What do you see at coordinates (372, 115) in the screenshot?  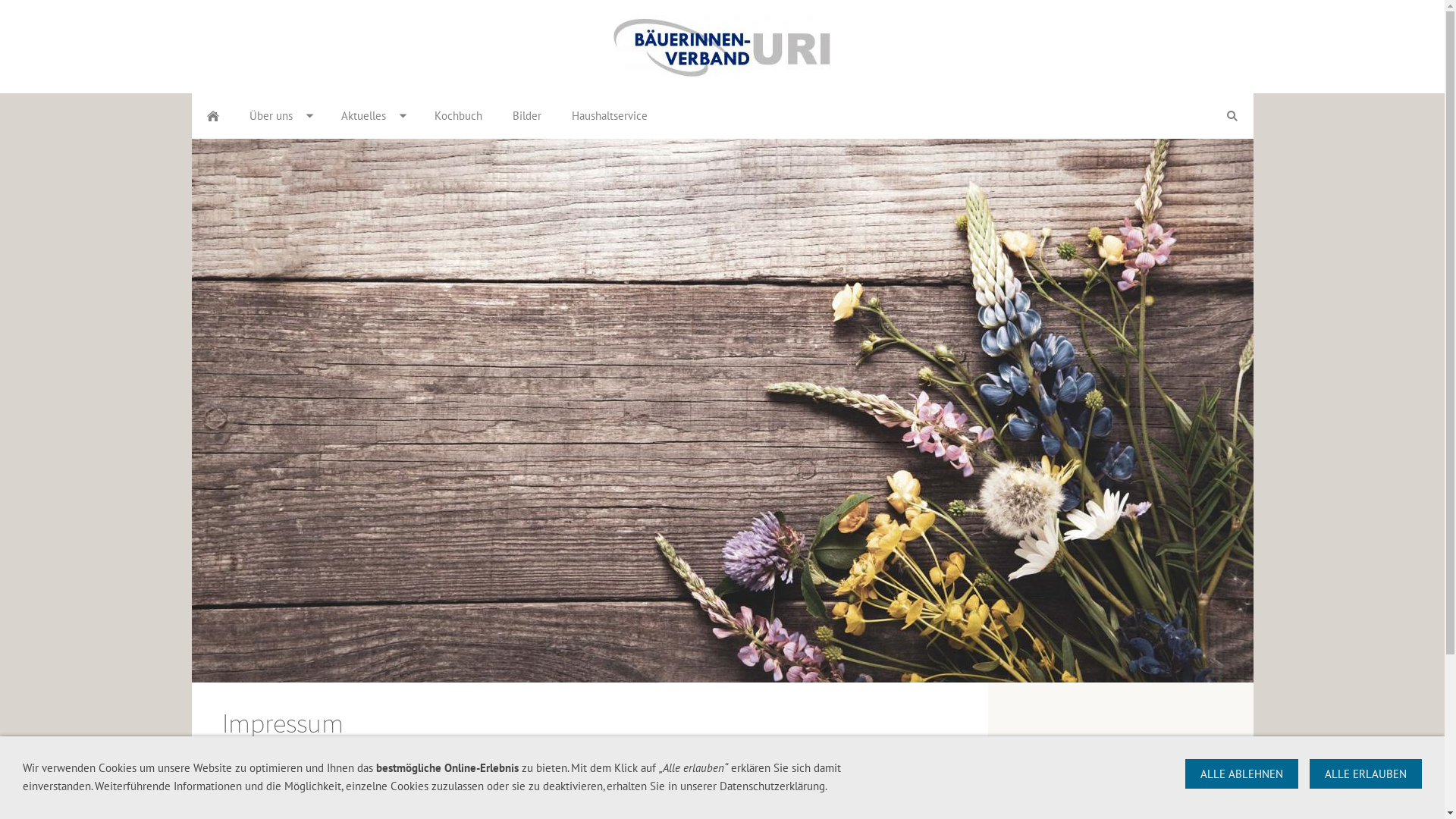 I see `'Aktuelles'` at bounding box center [372, 115].